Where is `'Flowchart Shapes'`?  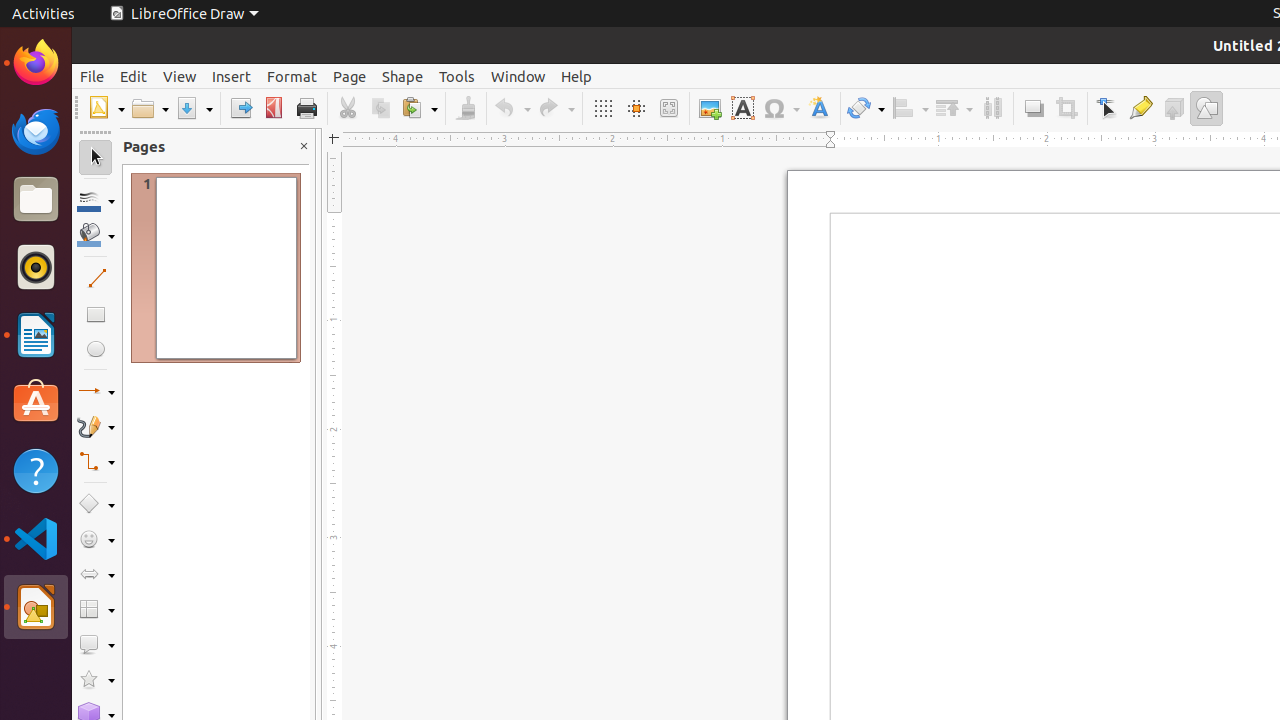 'Flowchart Shapes' is located at coordinates (95, 608).